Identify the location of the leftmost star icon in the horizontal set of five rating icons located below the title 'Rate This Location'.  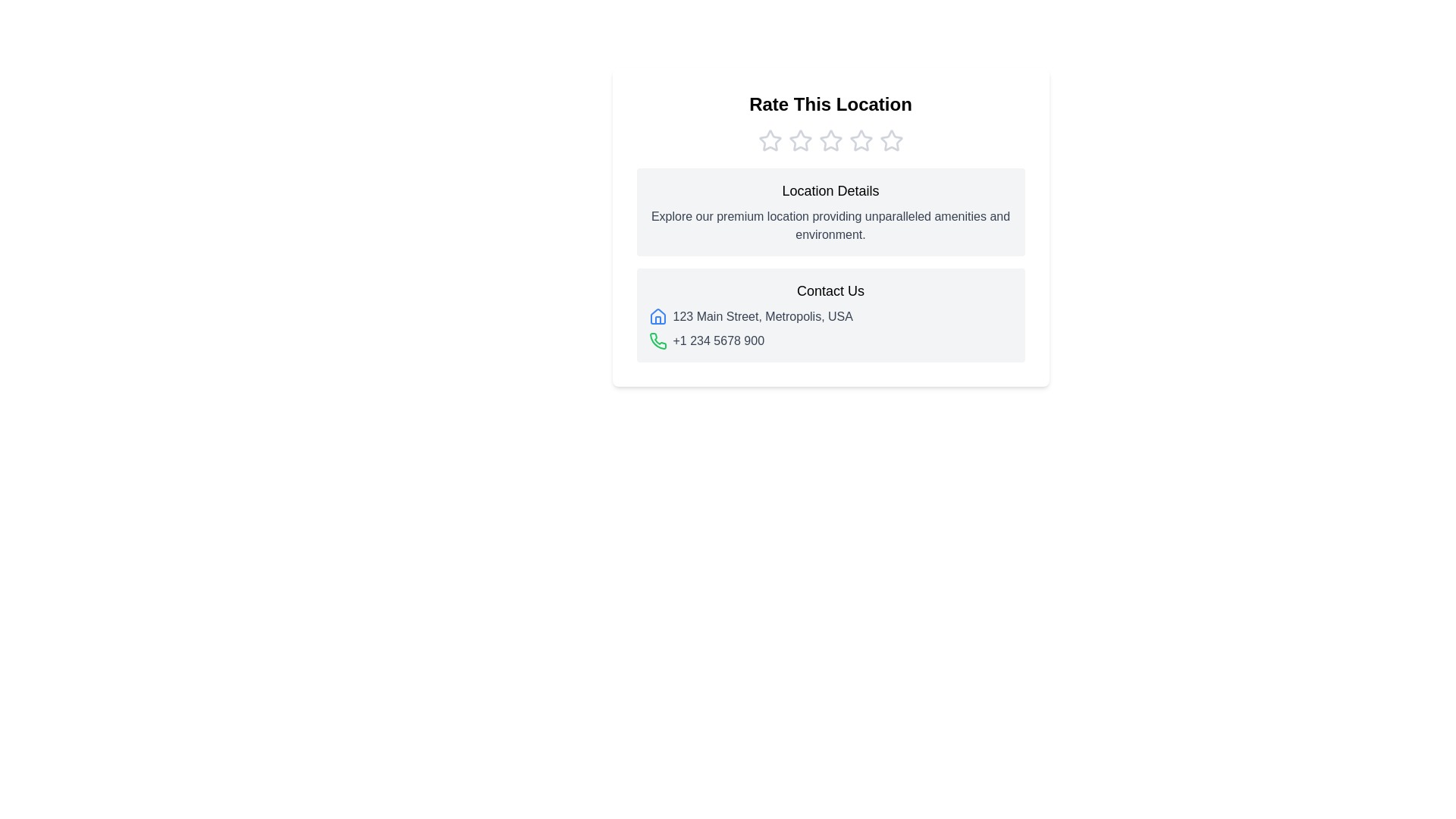
(770, 140).